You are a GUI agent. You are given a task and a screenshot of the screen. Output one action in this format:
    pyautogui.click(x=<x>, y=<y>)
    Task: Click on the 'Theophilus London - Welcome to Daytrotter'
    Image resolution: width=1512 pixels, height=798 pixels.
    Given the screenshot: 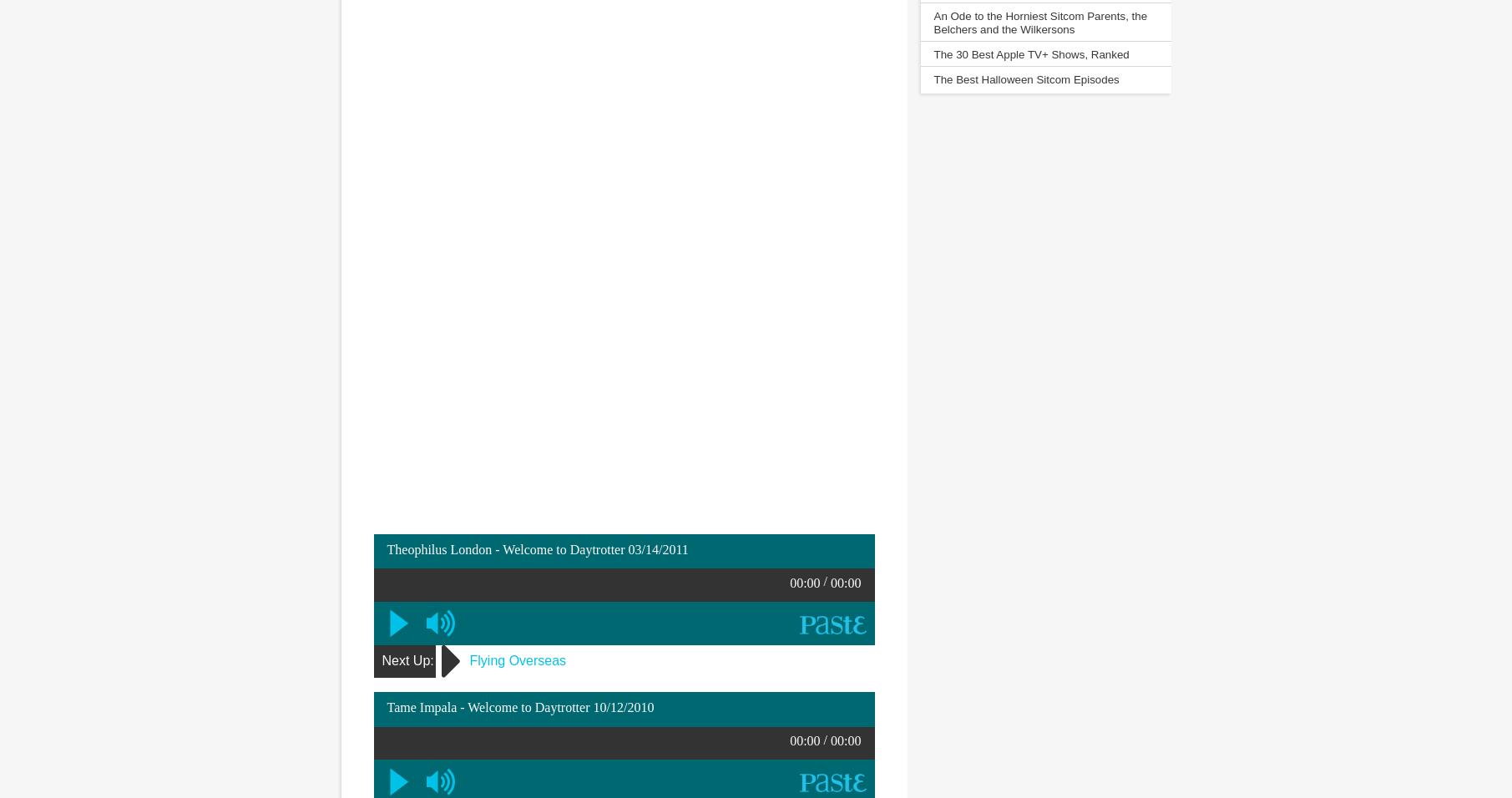 What is the action you would take?
    pyautogui.click(x=507, y=549)
    